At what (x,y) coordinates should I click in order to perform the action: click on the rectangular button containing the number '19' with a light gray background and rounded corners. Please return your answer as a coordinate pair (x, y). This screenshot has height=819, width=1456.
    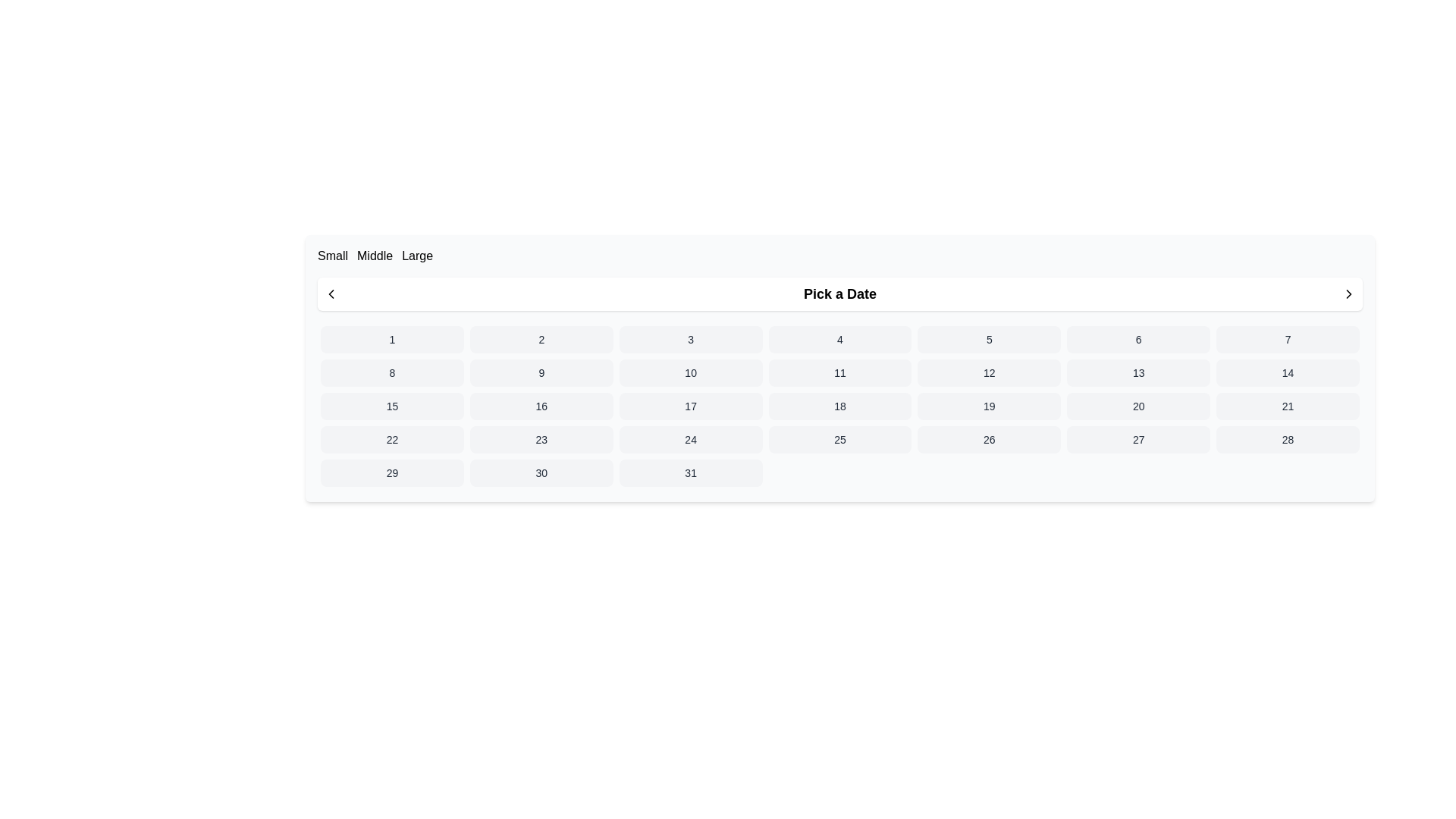
    Looking at the image, I should click on (989, 406).